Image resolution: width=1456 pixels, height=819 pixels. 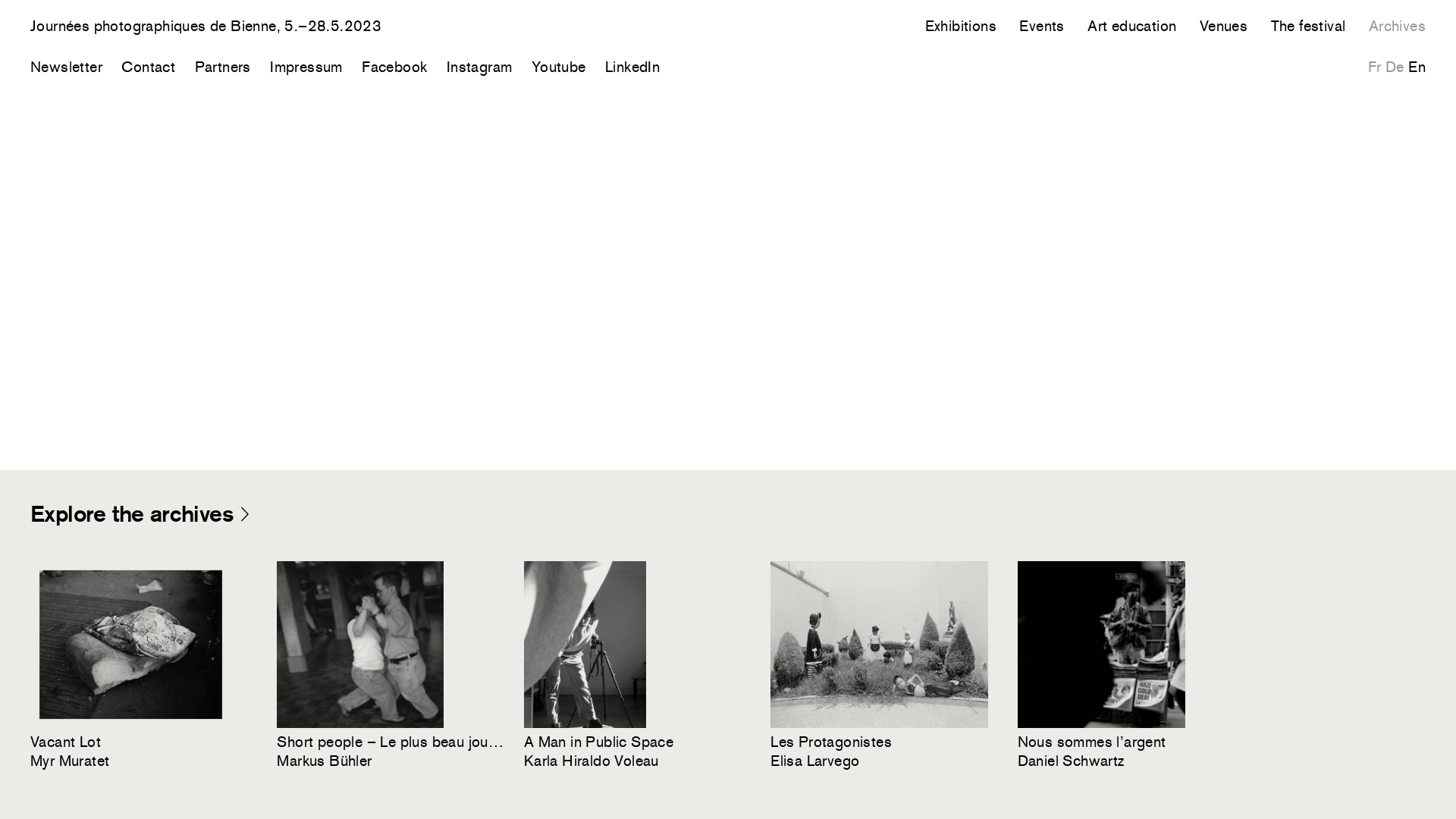 I want to click on 'Partners', so click(x=221, y=66).